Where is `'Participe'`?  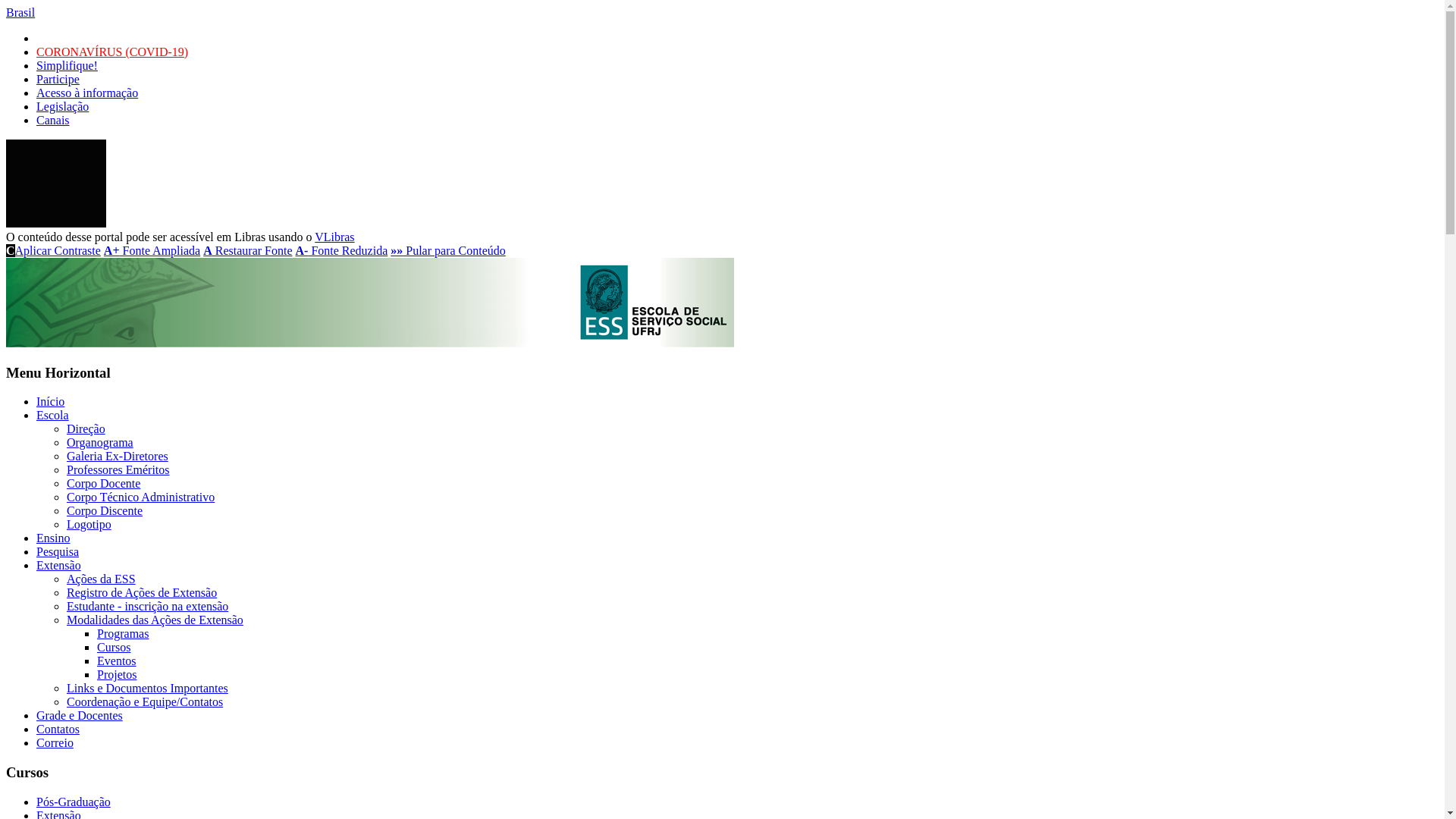 'Participe' is located at coordinates (58, 79).